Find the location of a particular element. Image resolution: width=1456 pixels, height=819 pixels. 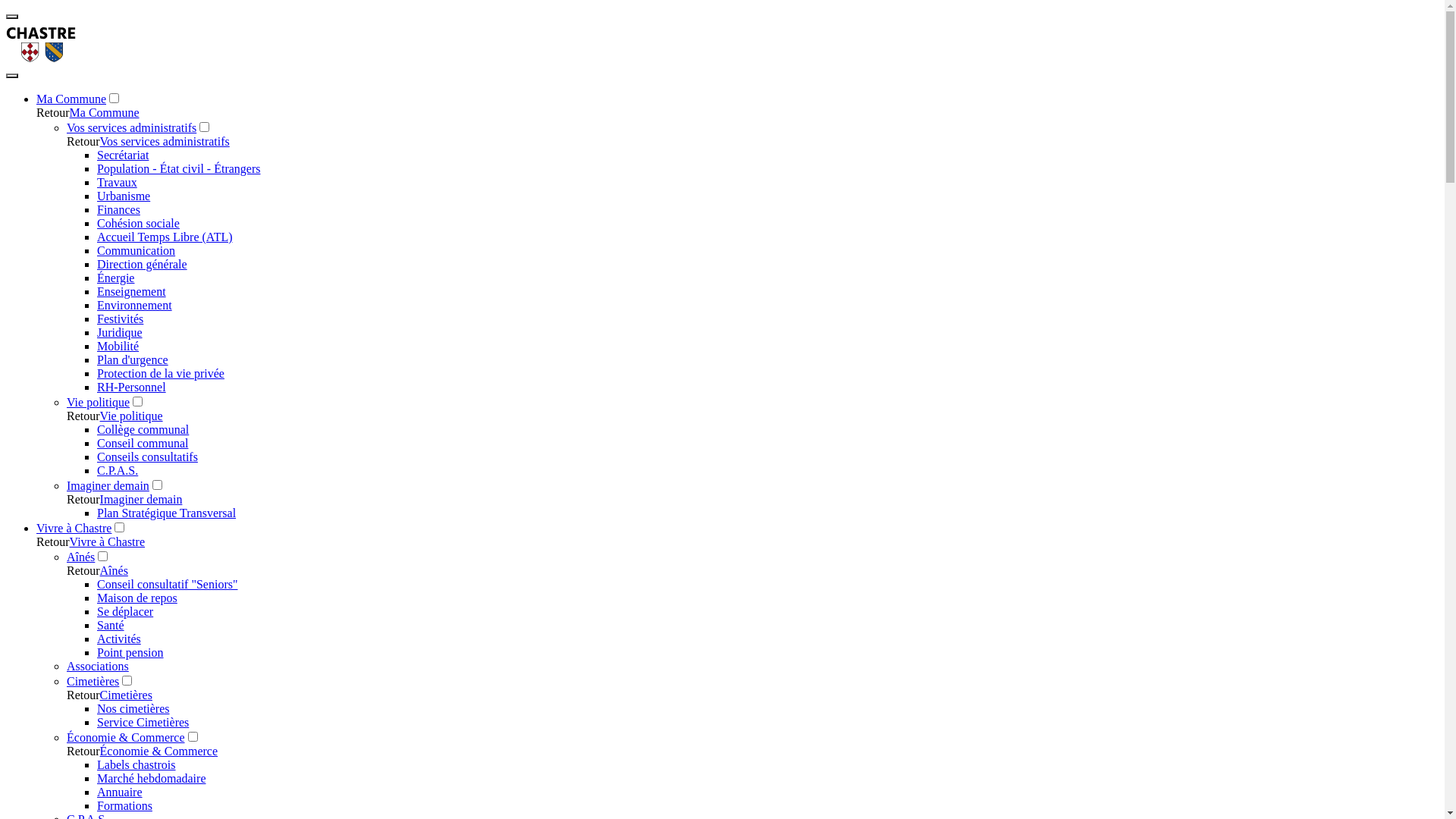

'Urbanisme' is located at coordinates (124, 195).